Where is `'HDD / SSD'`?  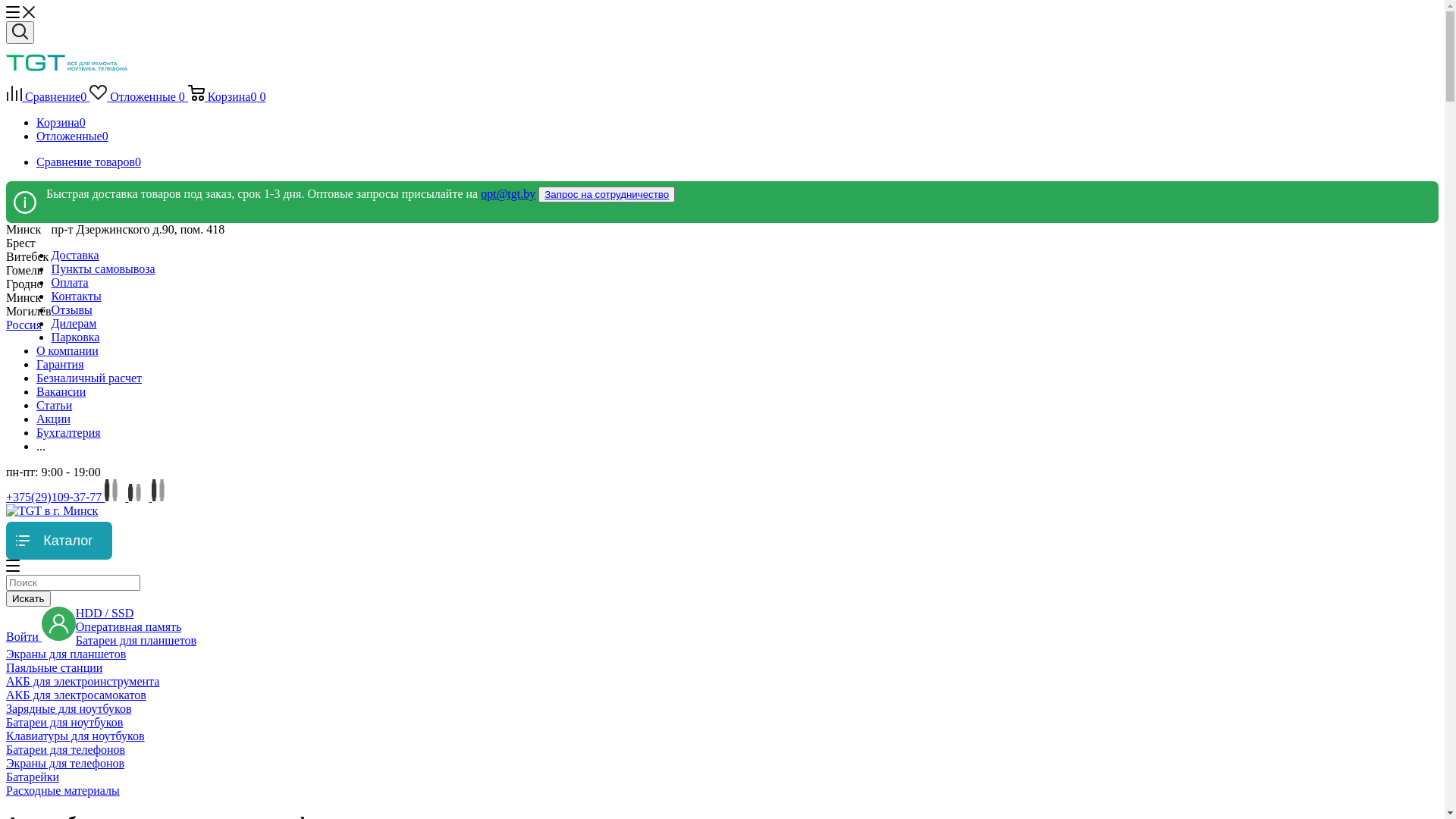
'HDD / SSD' is located at coordinates (104, 612).